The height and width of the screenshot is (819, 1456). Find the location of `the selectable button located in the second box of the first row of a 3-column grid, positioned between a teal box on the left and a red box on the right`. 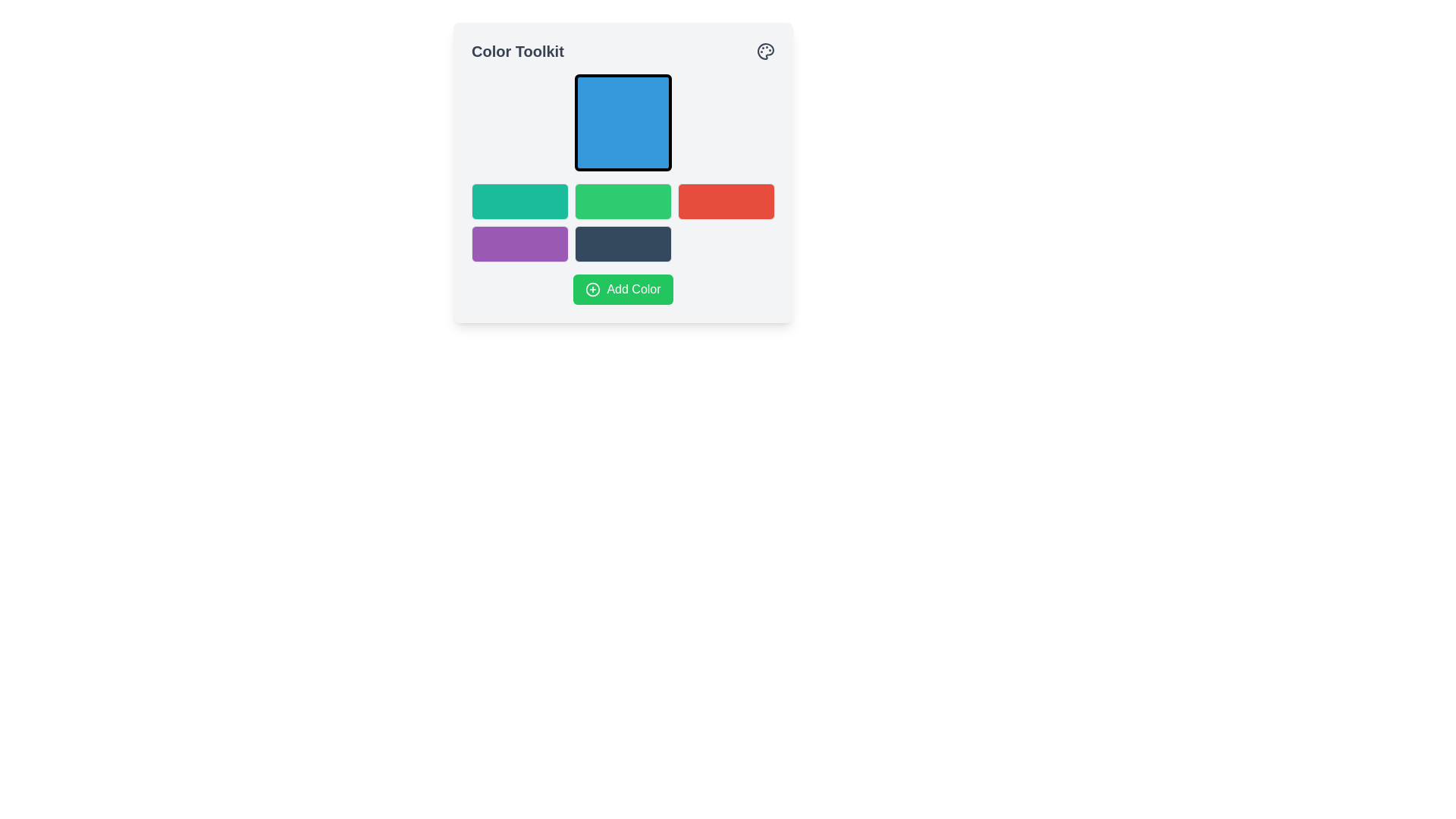

the selectable button located in the second box of the first row of a 3-column grid, positioned between a teal box on the left and a red box on the right is located at coordinates (623, 201).